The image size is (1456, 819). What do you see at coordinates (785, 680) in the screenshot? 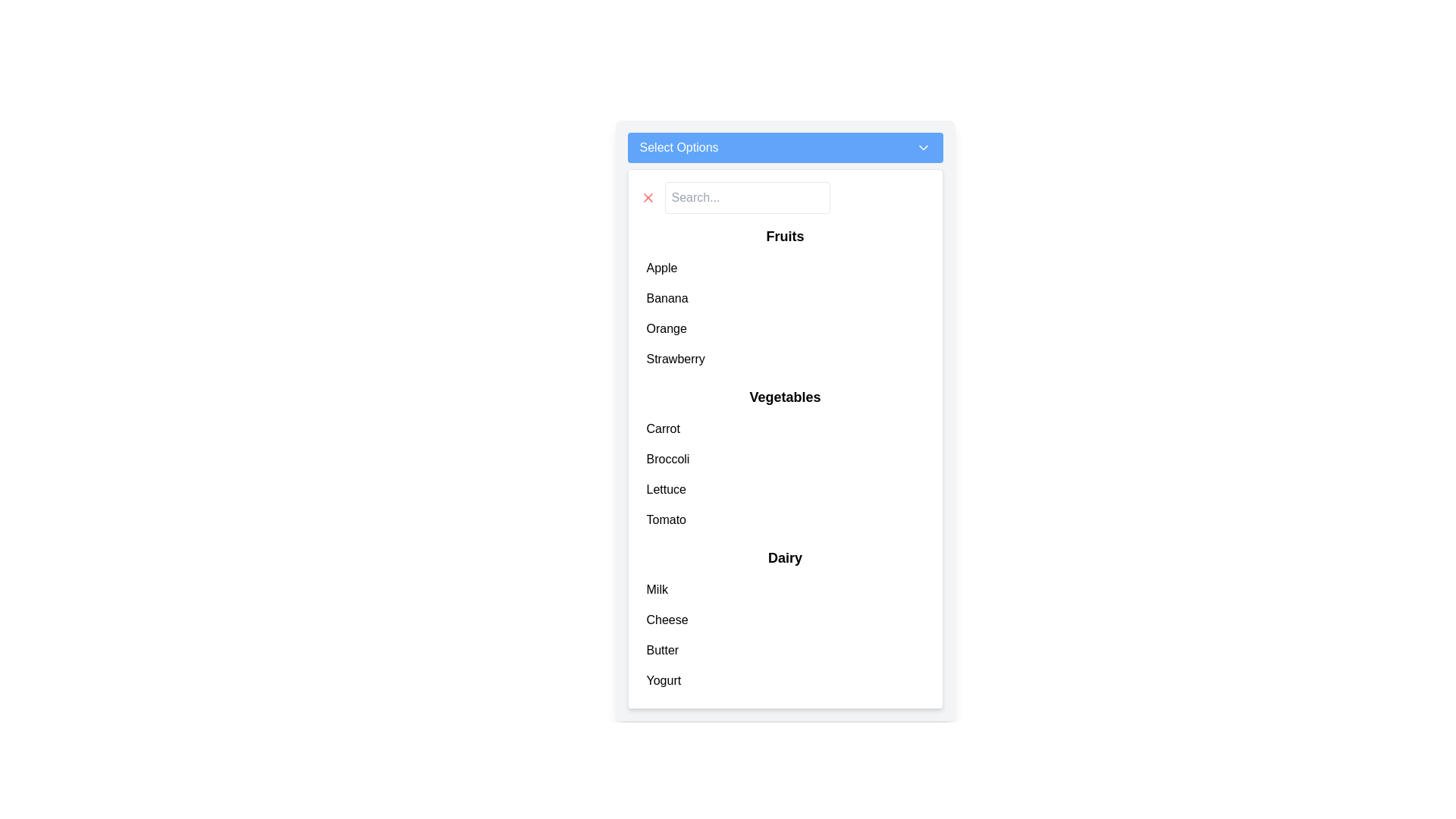
I see `the 'Yogurt' list item in the 'Dairy' section to navigate` at bounding box center [785, 680].